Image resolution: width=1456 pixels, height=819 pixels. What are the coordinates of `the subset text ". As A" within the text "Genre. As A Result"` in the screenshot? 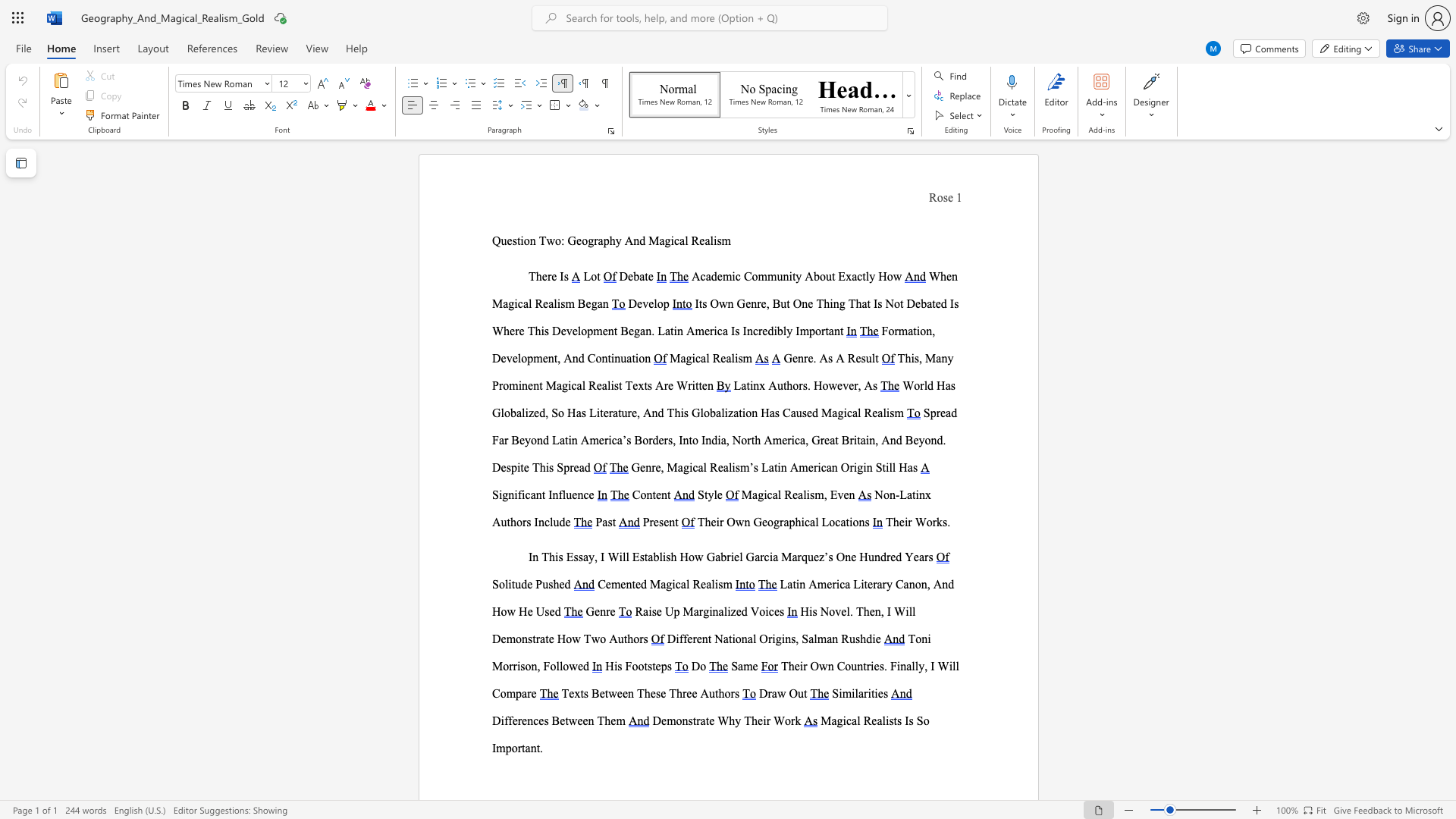 It's located at (812, 358).